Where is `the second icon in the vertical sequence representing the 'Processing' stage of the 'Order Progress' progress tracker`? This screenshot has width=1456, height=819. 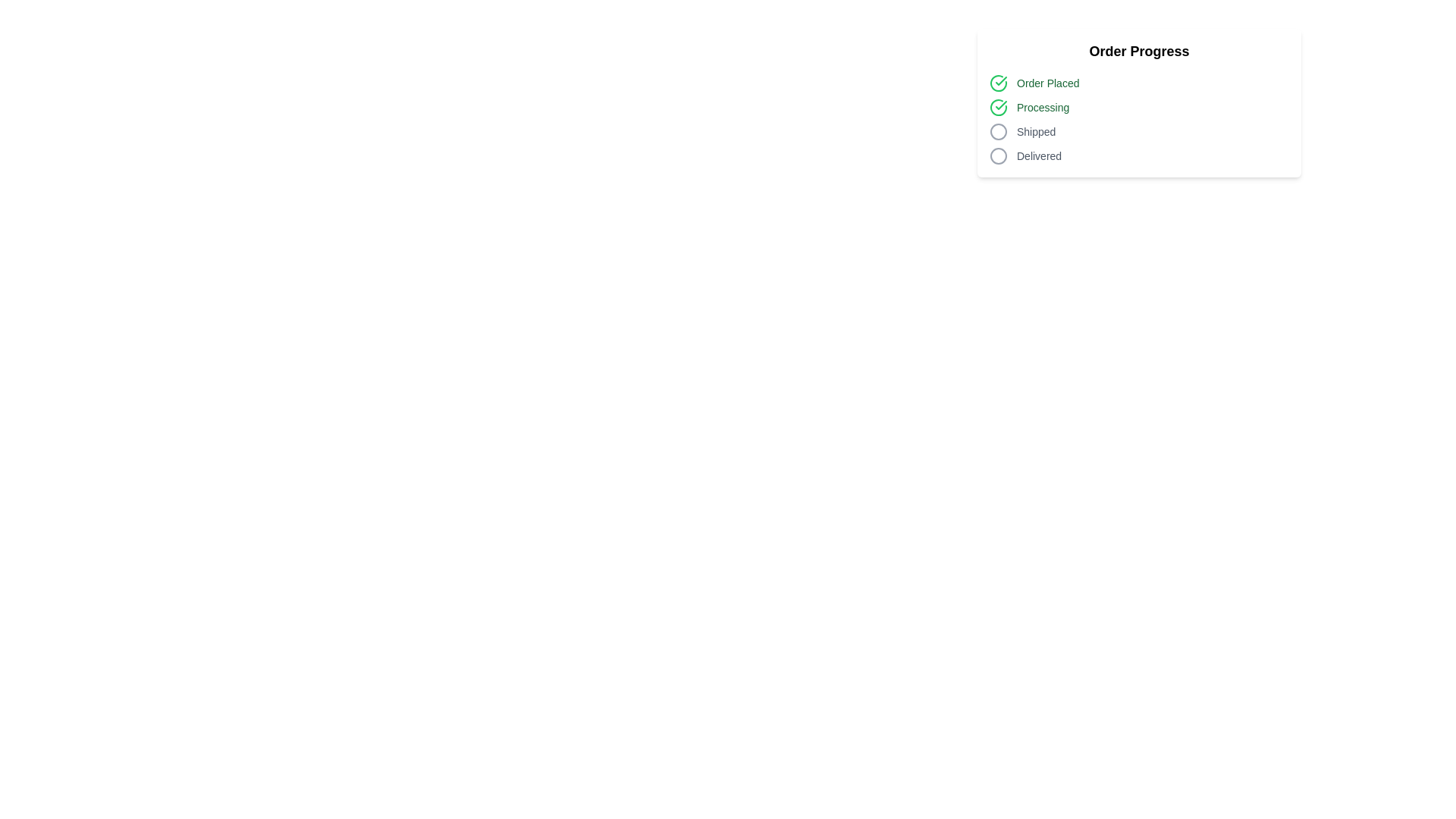
the second icon in the vertical sequence representing the 'Processing' stage of the 'Order Progress' progress tracker is located at coordinates (998, 107).